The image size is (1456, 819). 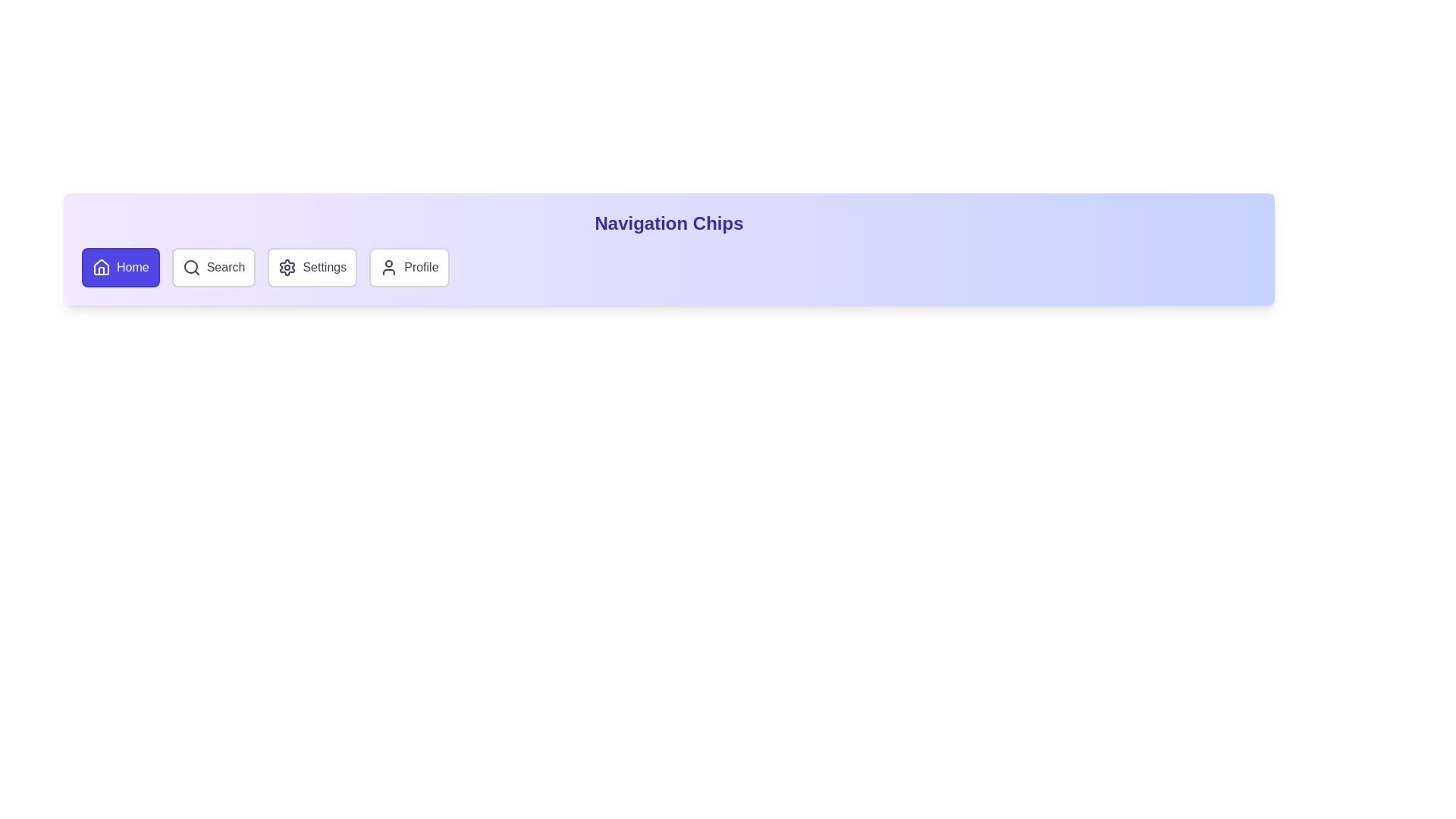 What do you see at coordinates (213, 267) in the screenshot?
I see `the Search chip to navigate to its corresponding section` at bounding box center [213, 267].